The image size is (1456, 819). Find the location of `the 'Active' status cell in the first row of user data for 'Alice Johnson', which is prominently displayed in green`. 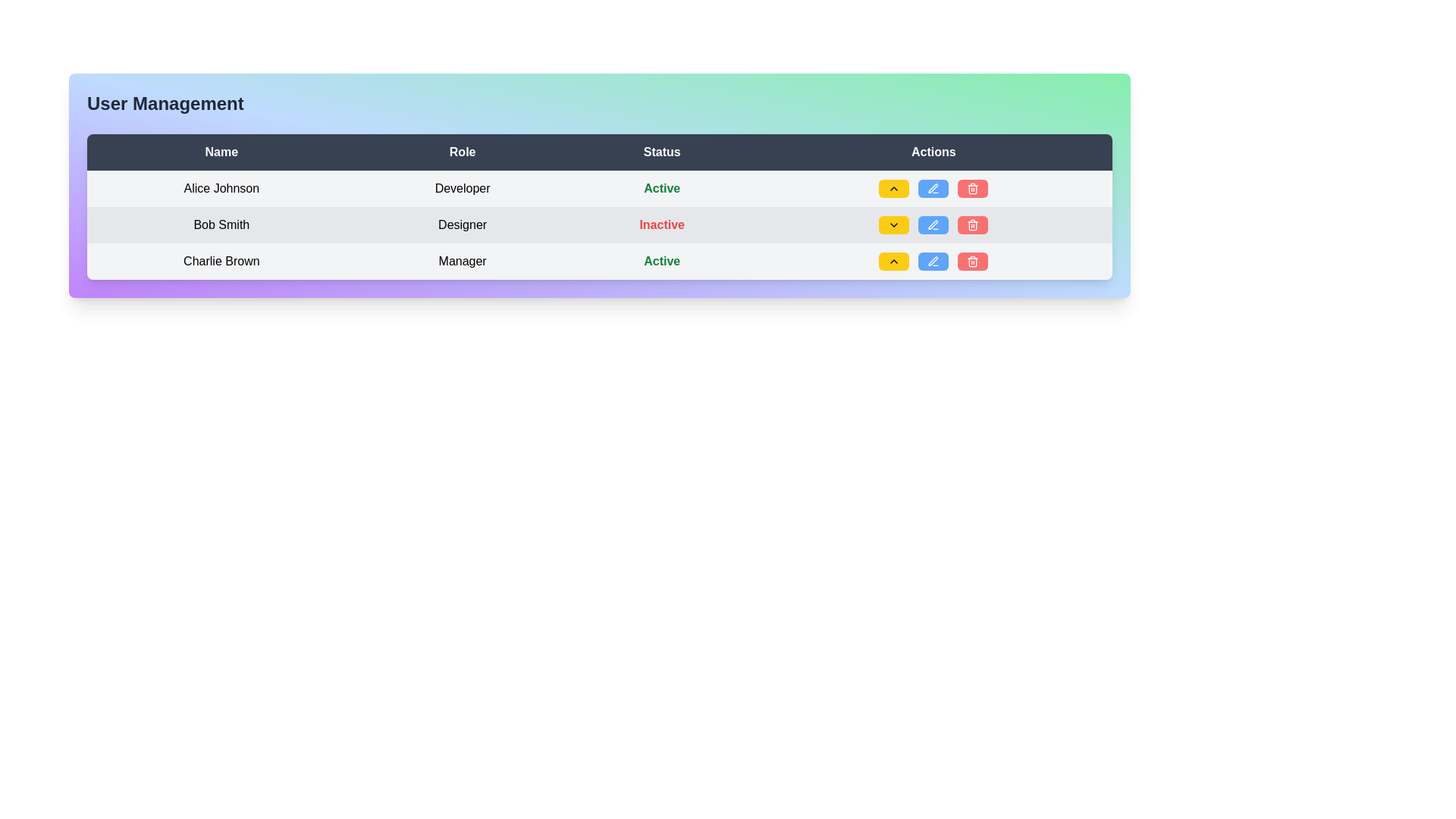

the 'Active' status cell in the first row of user data for 'Alice Johnson', which is prominently displayed in green is located at coordinates (599, 188).